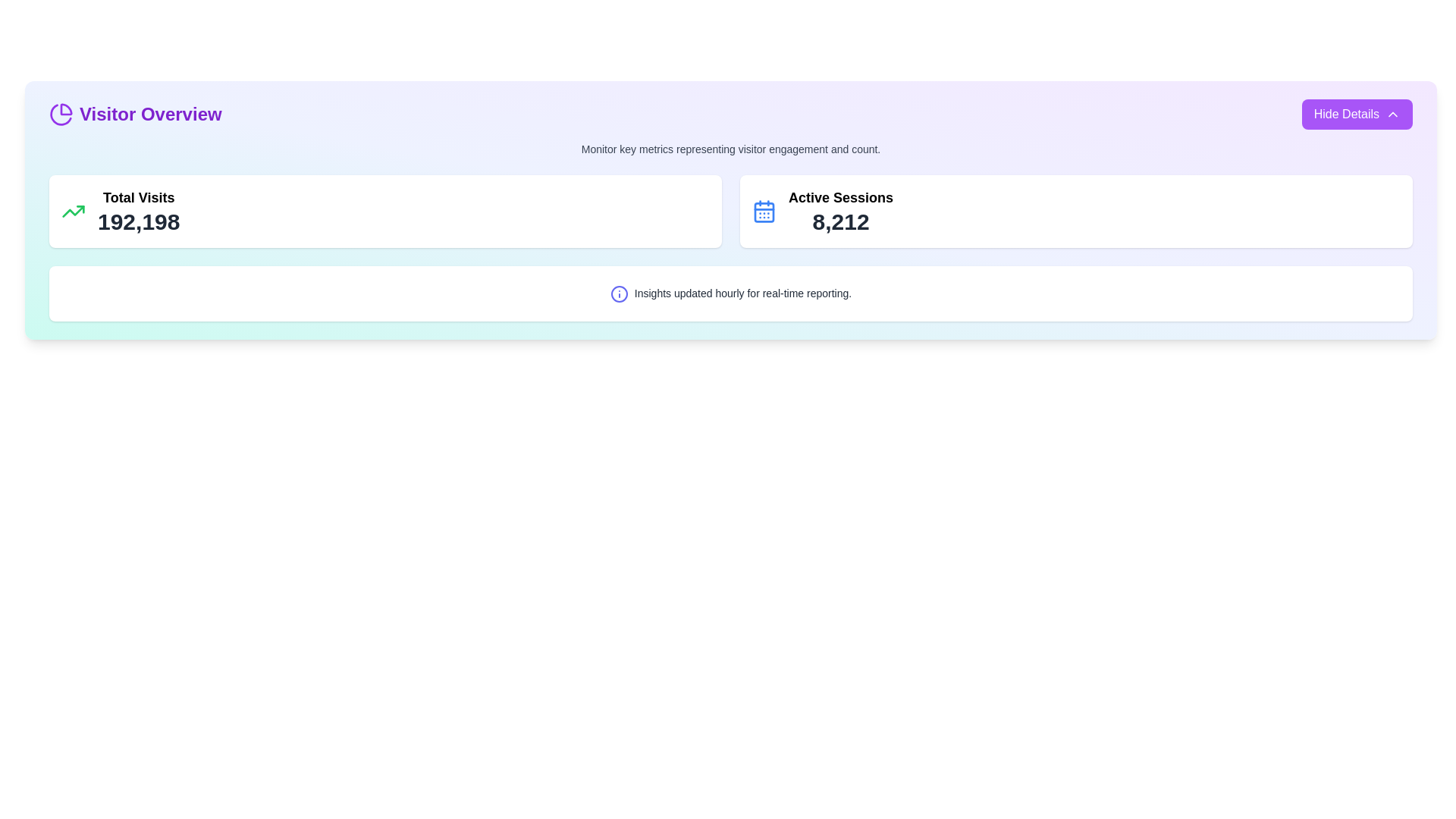  I want to click on the informational panel that contains an indigo icon and the message 'Insights updated hourly for real-time reporting.' located below the 'Total Visits' and 'Active Sessions' sections, so click(731, 293).